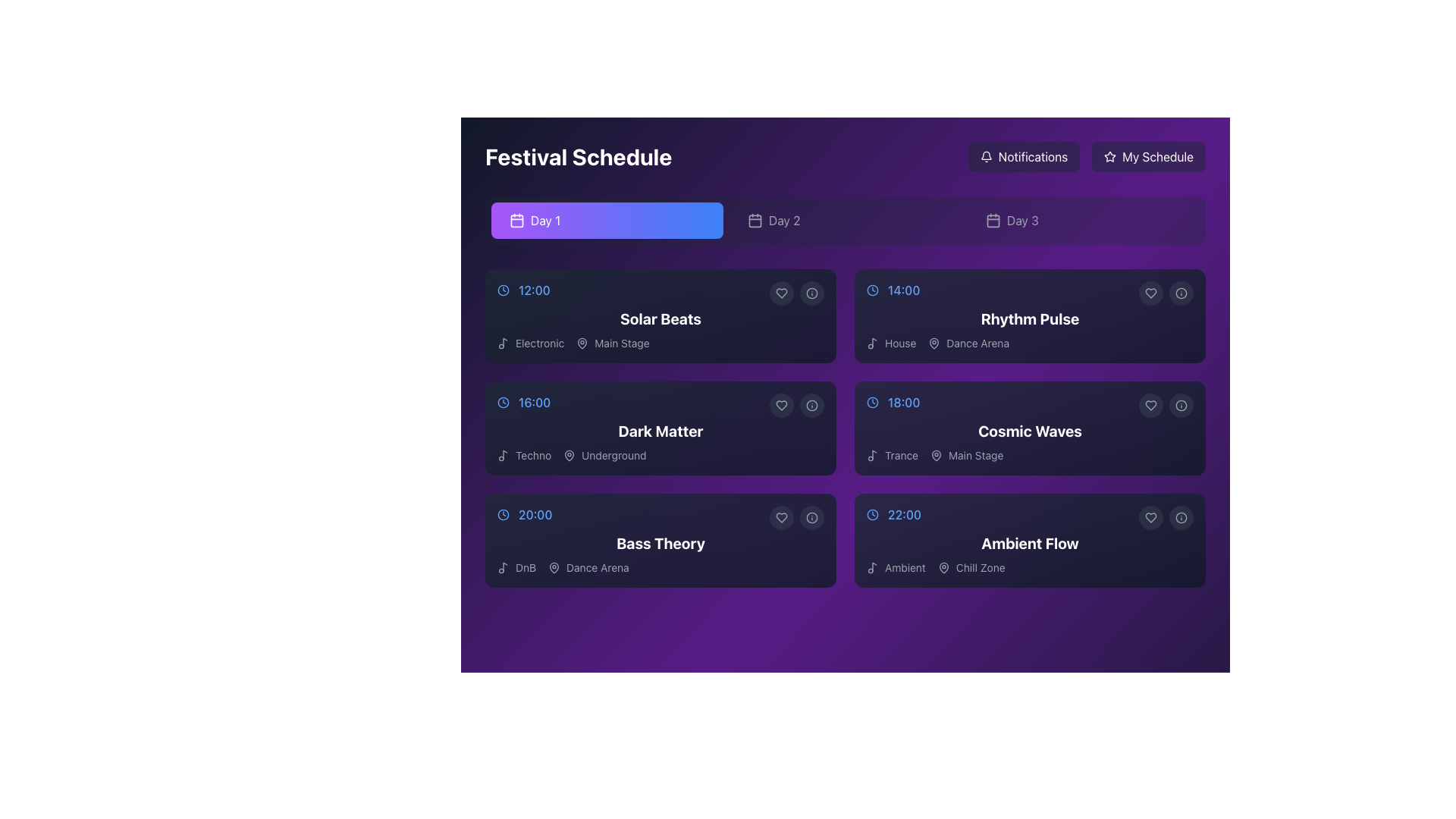  What do you see at coordinates (535, 513) in the screenshot?
I see `the text displaying the time '20:00' in blue font, located in the lower left segment of the schedule grid for the event 'Bass Theory', adjacent to a clock icon` at bounding box center [535, 513].